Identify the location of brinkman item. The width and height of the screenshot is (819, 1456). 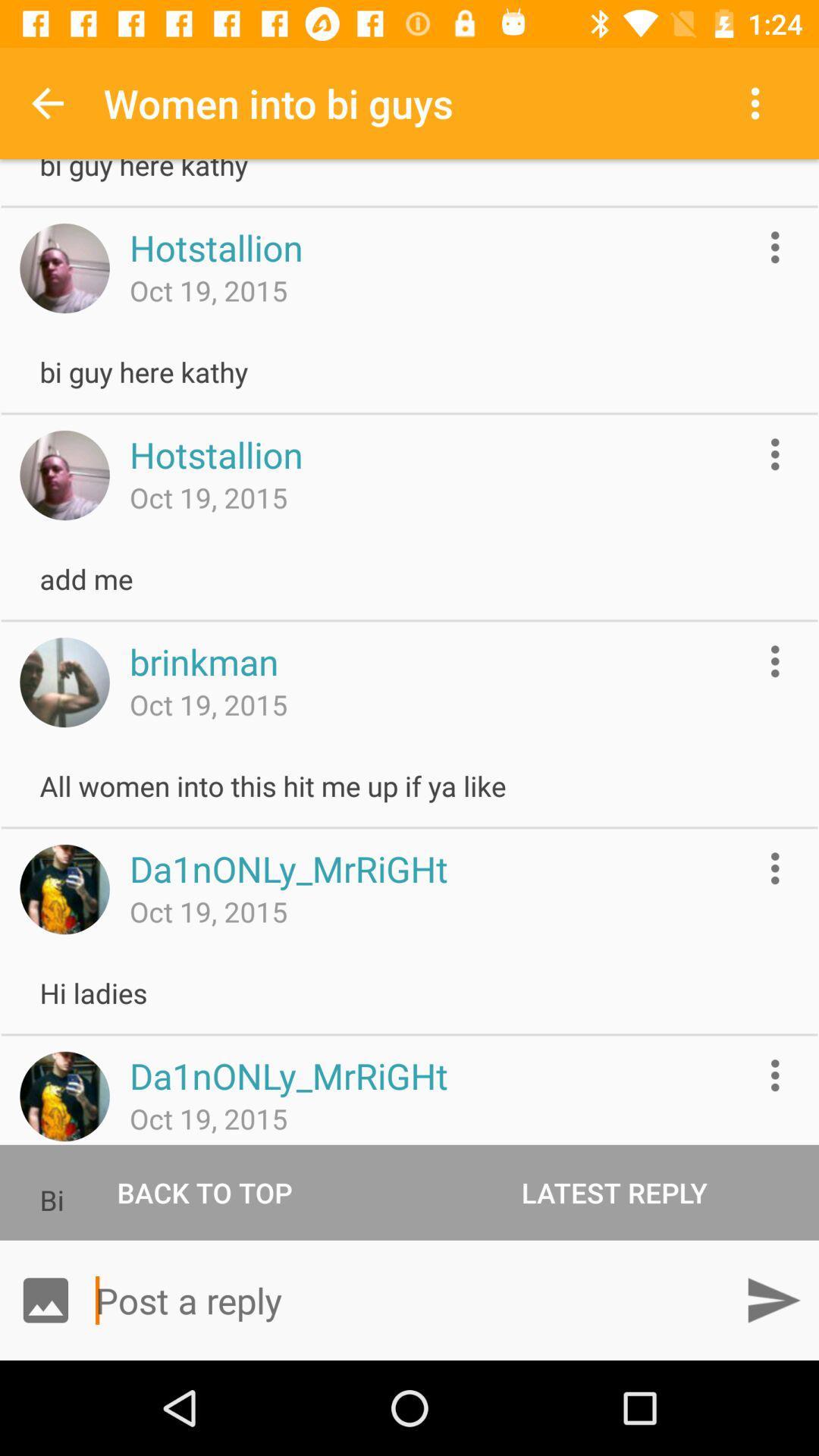
(203, 661).